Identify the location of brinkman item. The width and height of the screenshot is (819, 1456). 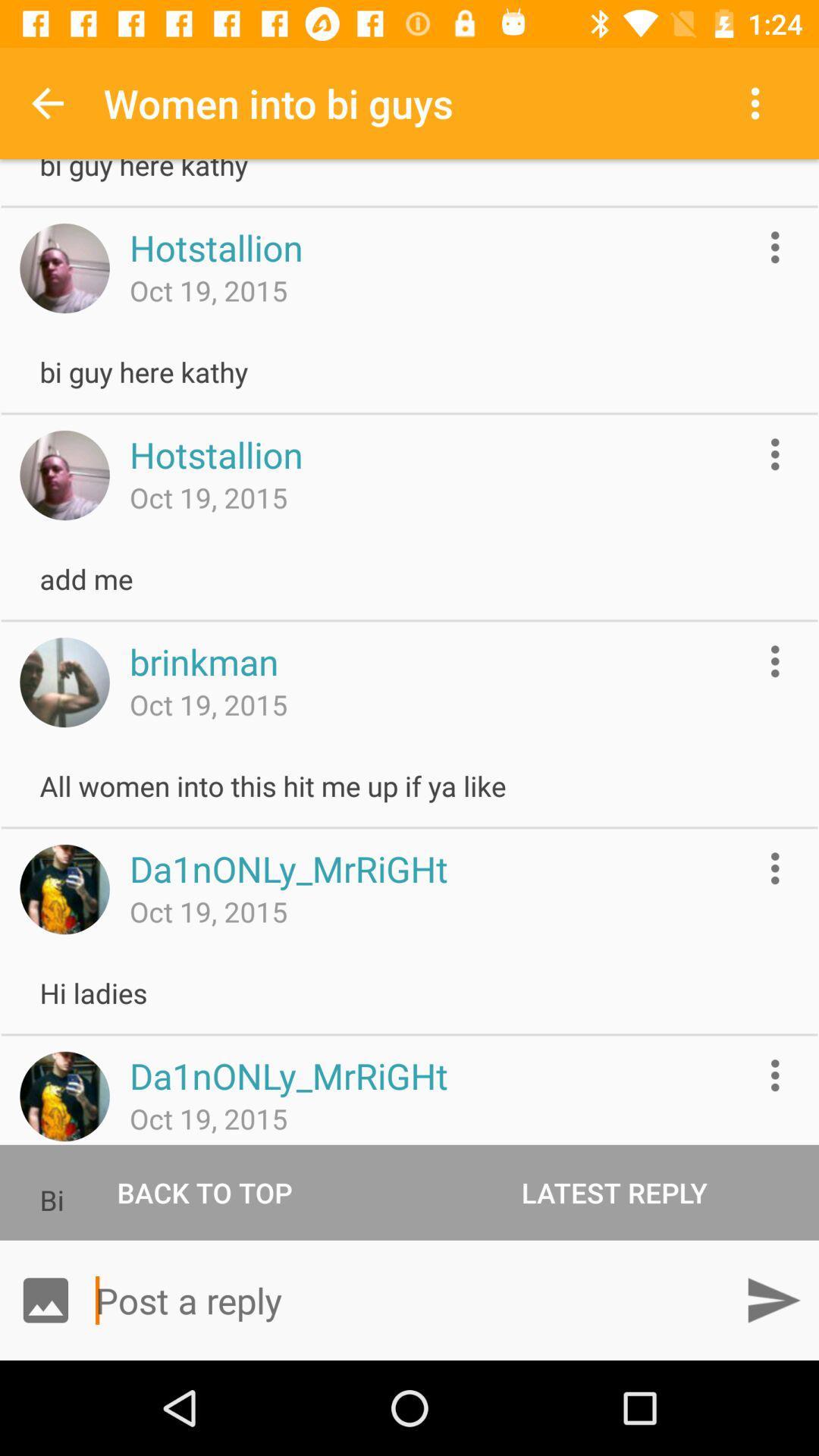
(203, 661).